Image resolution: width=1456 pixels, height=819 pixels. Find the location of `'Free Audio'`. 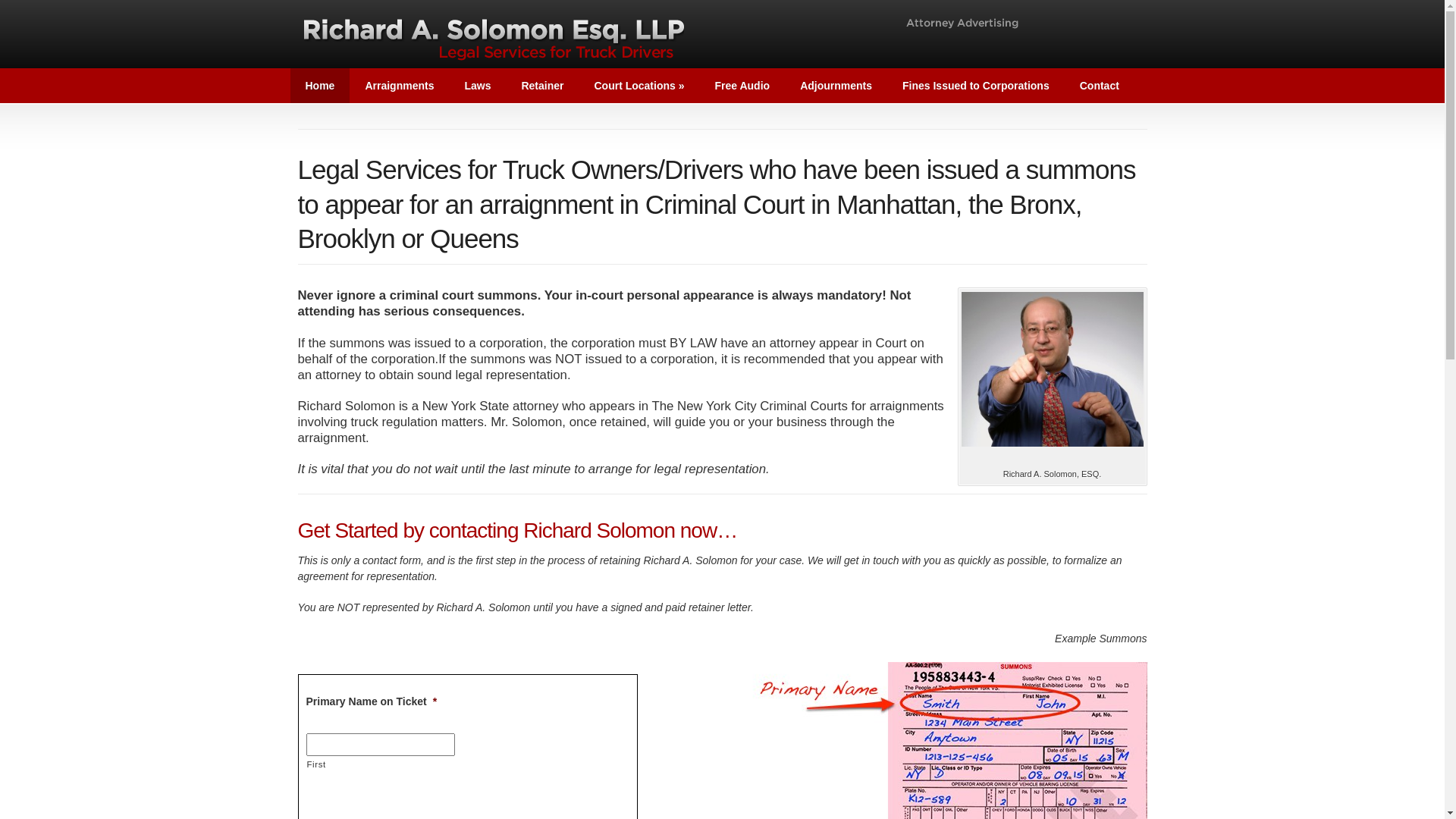

'Free Audio' is located at coordinates (742, 85).